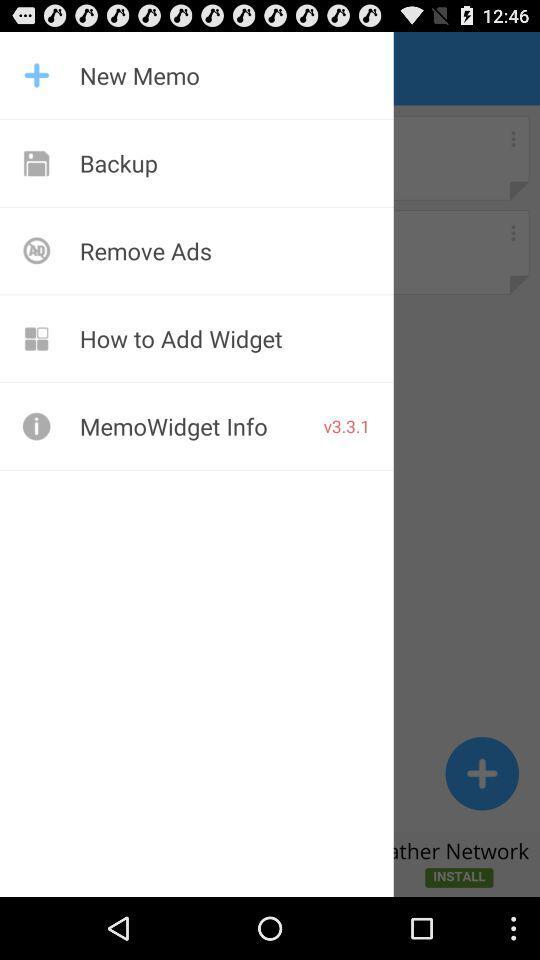 The image size is (540, 960). I want to click on the add icon, so click(481, 828).